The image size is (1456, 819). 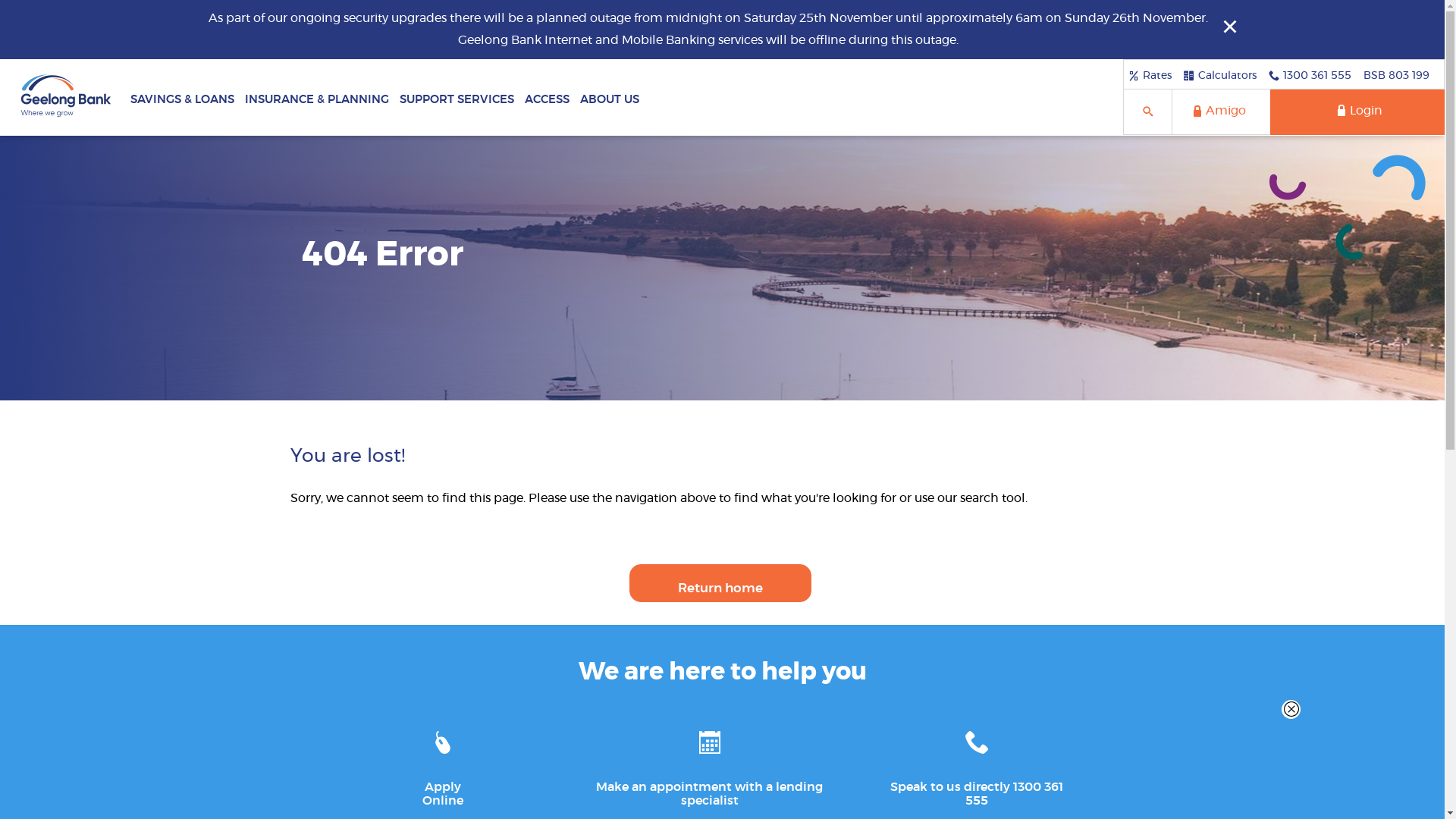 What do you see at coordinates (546, 96) in the screenshot?
I see `'ACCESS'` at bounding box center [546, 96].